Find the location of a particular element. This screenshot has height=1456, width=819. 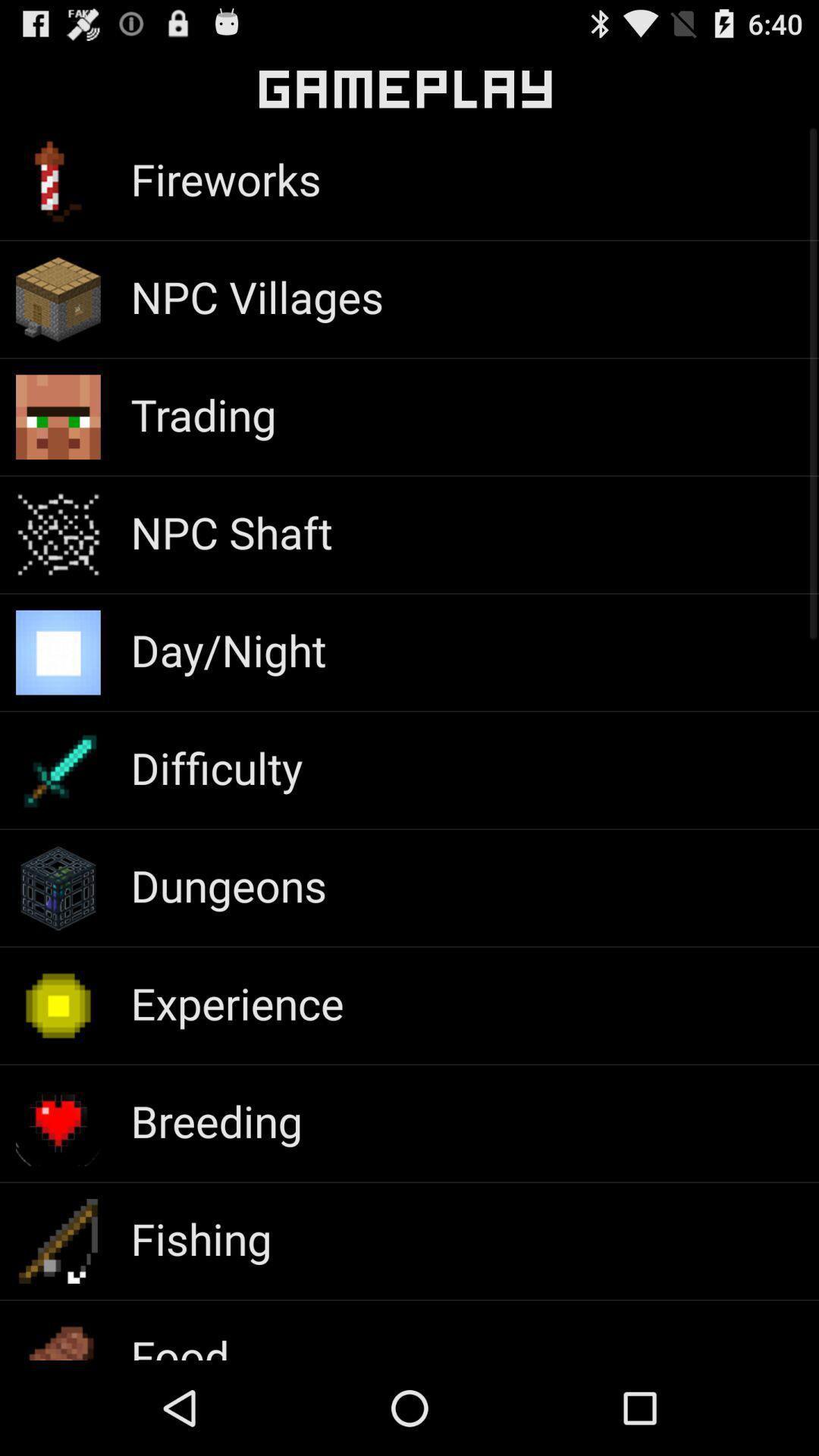

the experience app is located at coordinates (237, 1003).